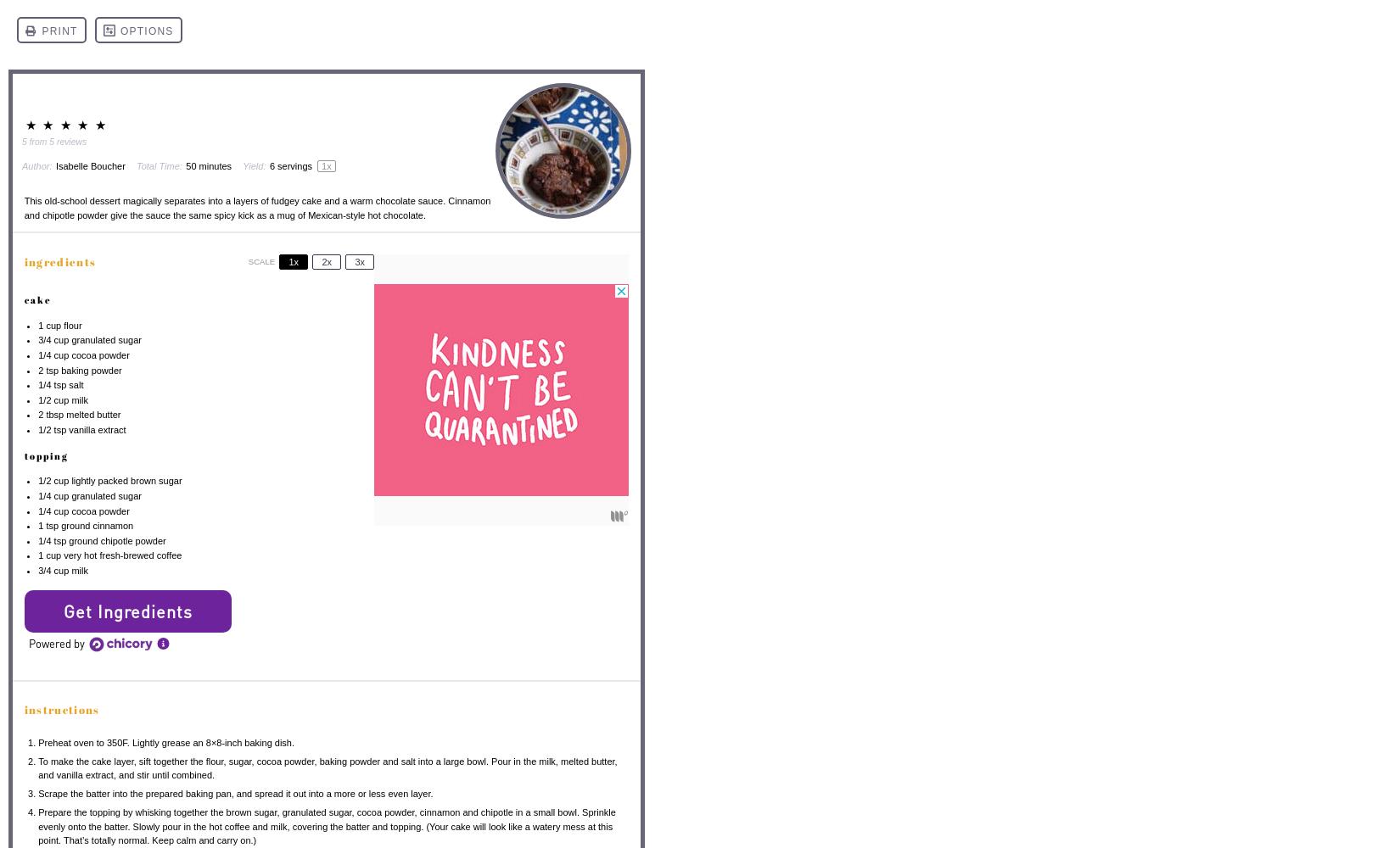  What do you see at coordinates (294, 261) in the screenshot?
I see `'1x'` at bounding box center [294, 261].